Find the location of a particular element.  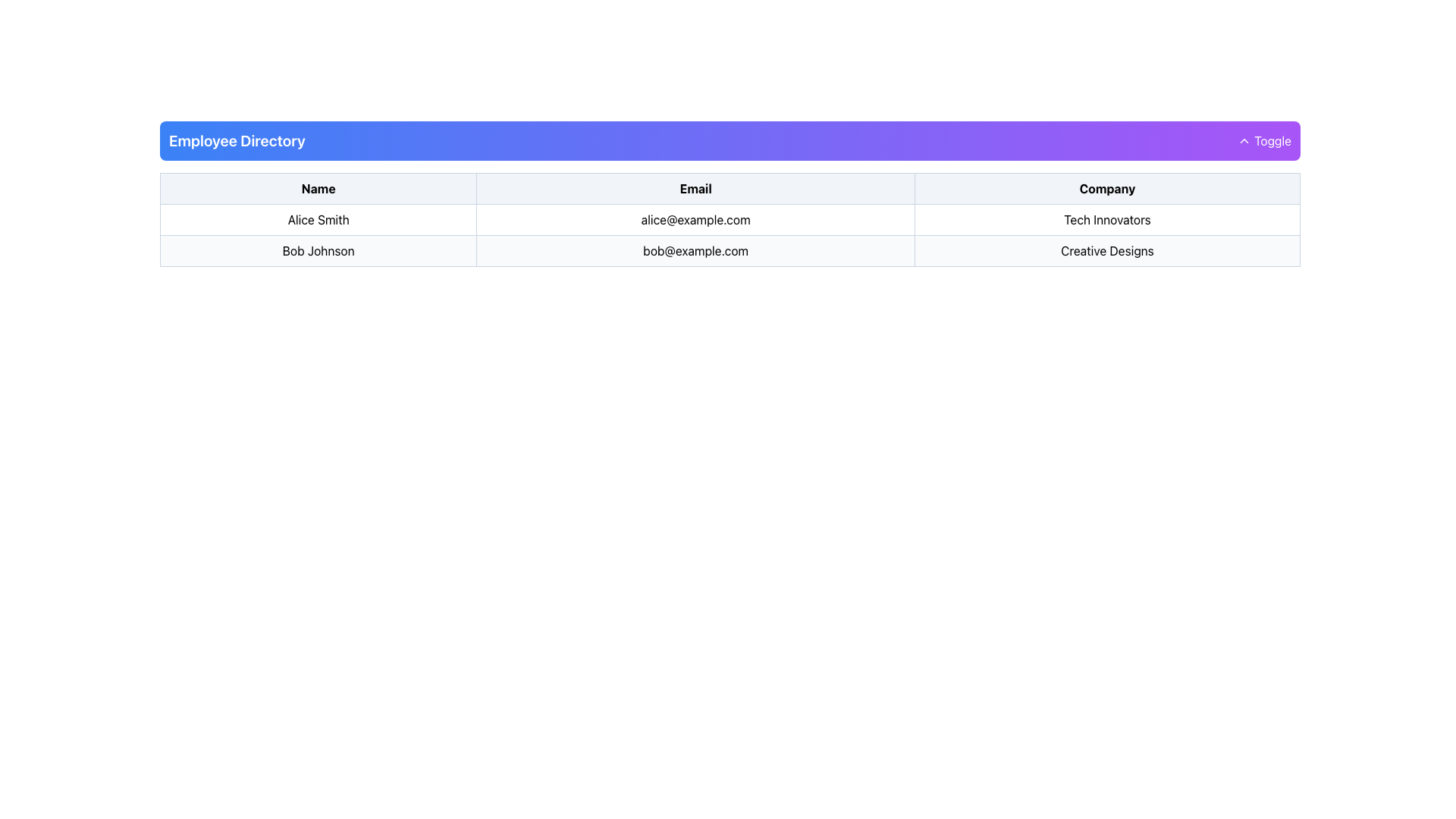

the text label displaying the email address 'bob@example.com', which is styled with a black font on a light background and bordered by a thin gray border, located in the second row and second column of a table is located at coordinates (695, 250).